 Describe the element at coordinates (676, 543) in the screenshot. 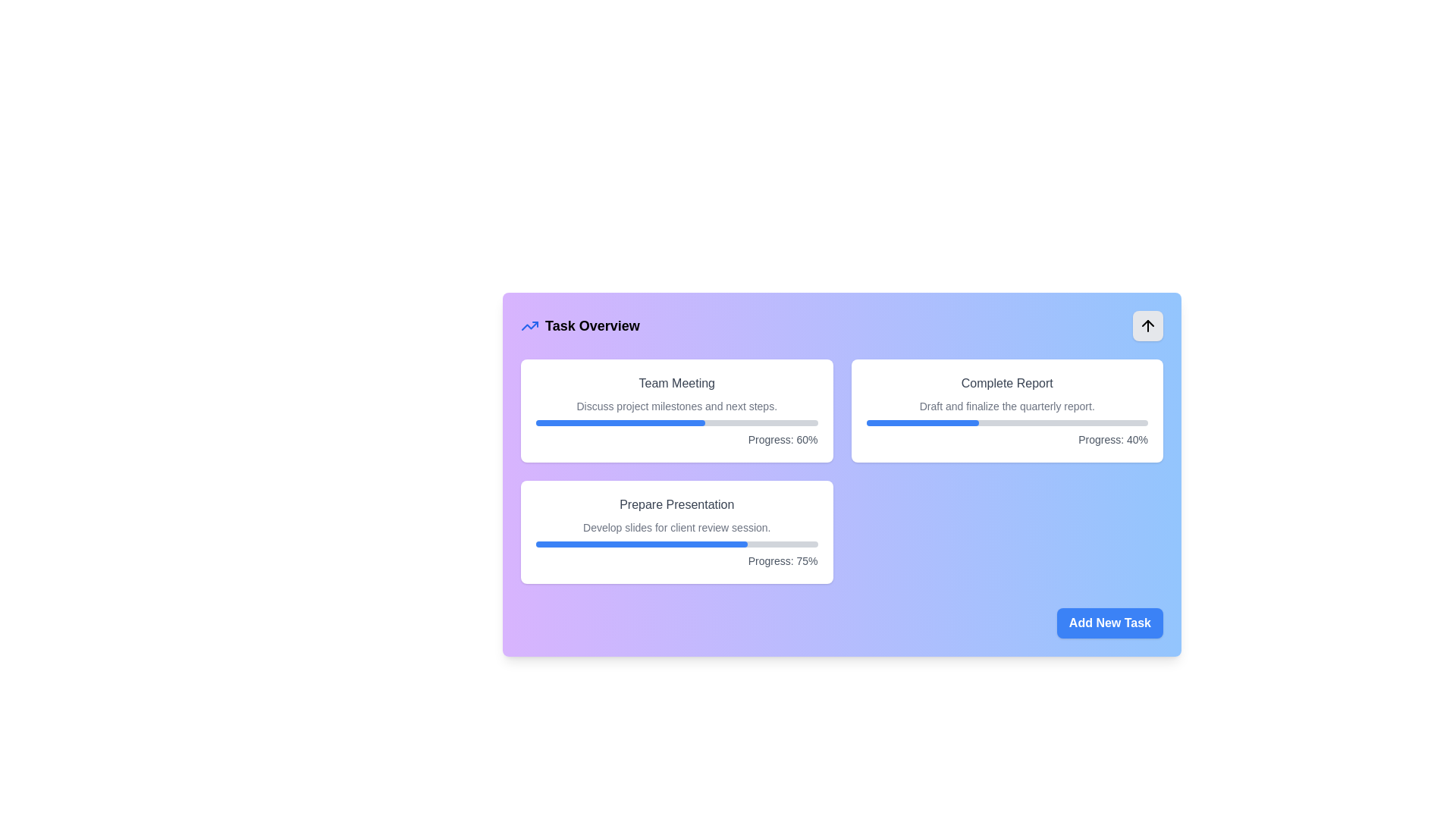

I see `the progress bar indicating 75% progress, which is located within the 'Prepare Presentation' task card, beneath the description text and above the 'Progress: 75%' label` at that location.